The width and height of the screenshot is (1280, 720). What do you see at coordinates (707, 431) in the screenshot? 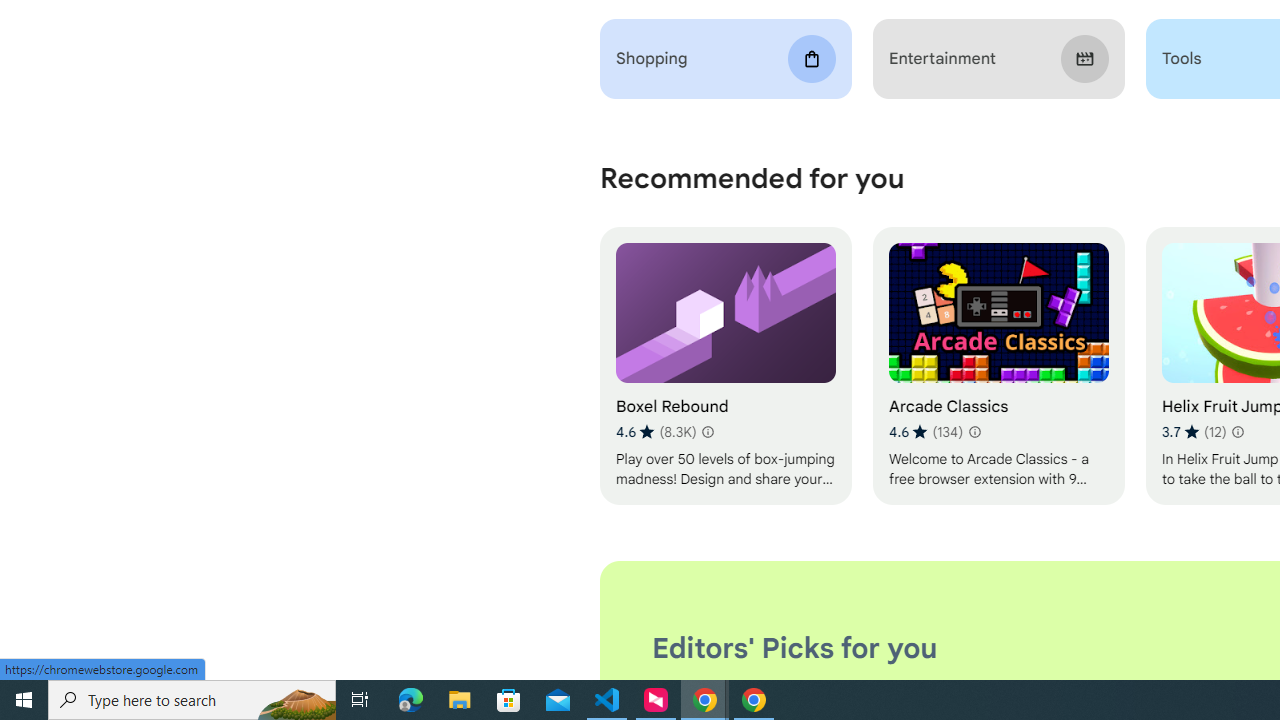
I see `'Learn more about results and reviews "Boxel Rebound"'` at bounding box center [707, 431].